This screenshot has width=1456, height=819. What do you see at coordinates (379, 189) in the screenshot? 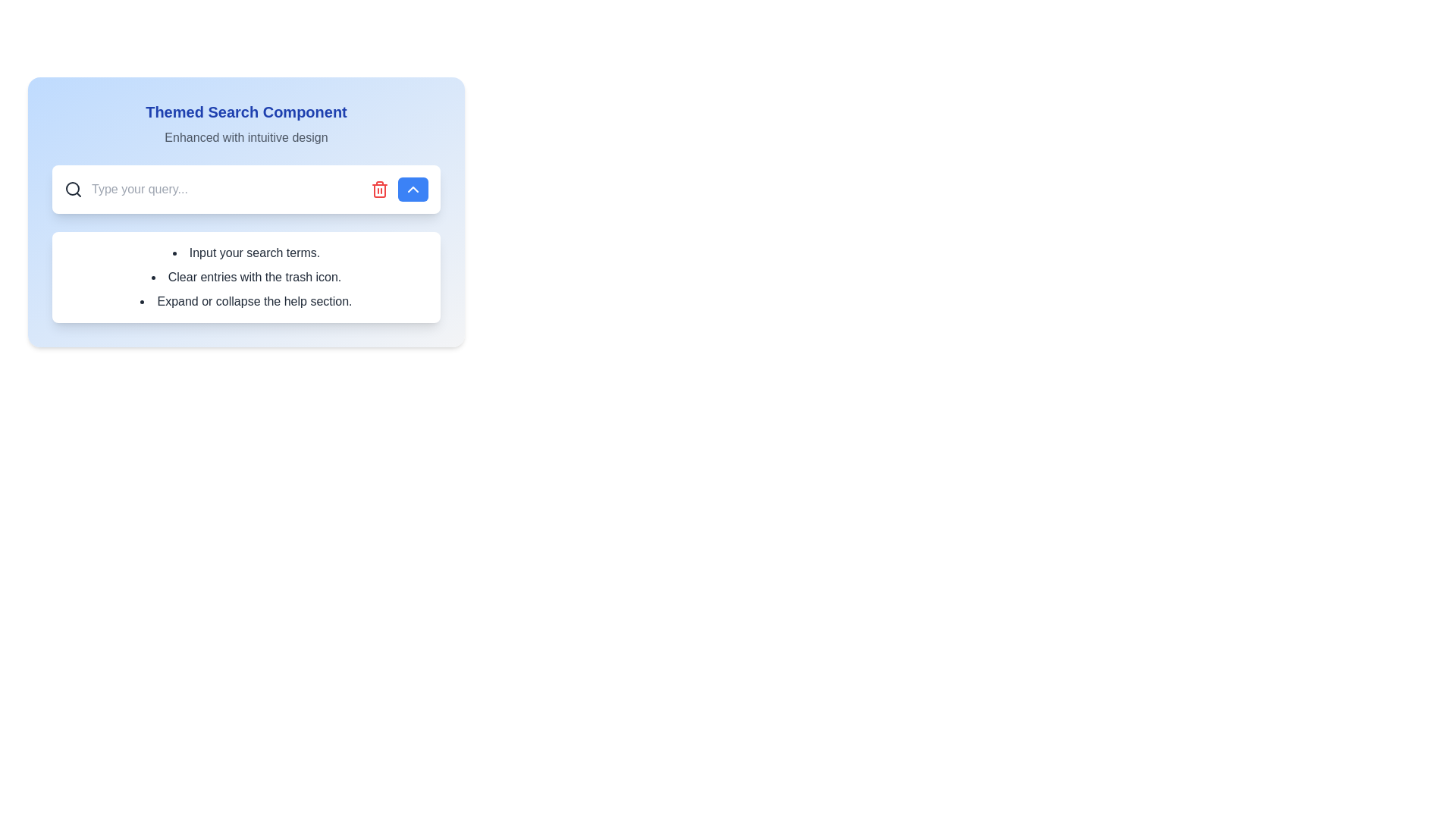
I see `the red trash icon button located at the right side of the white search bar` at bounding box center [379, 189].